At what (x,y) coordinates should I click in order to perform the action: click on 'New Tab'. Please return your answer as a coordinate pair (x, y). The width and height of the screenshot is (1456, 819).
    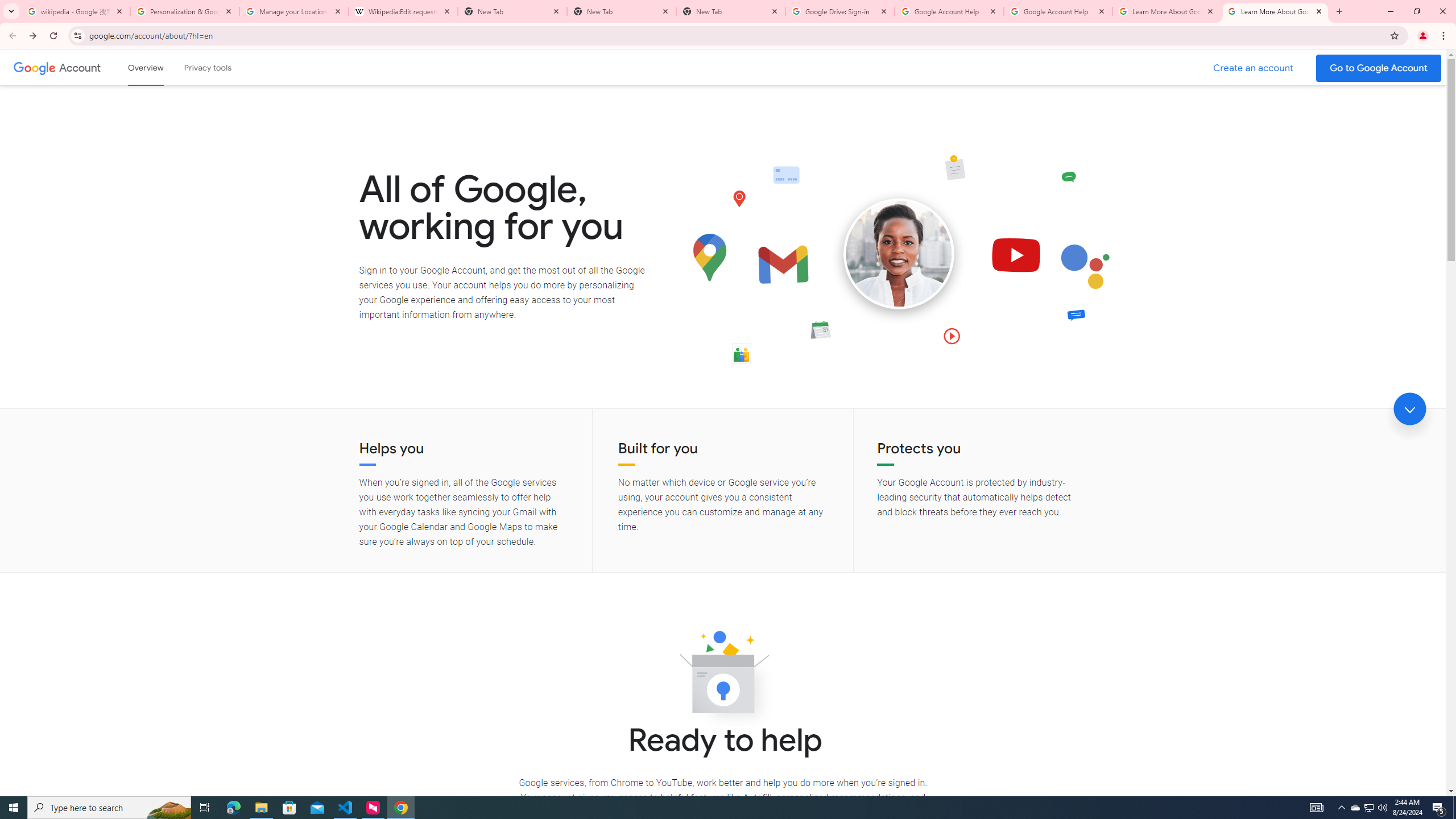
    Looking at the image, I should click on (730, 11).